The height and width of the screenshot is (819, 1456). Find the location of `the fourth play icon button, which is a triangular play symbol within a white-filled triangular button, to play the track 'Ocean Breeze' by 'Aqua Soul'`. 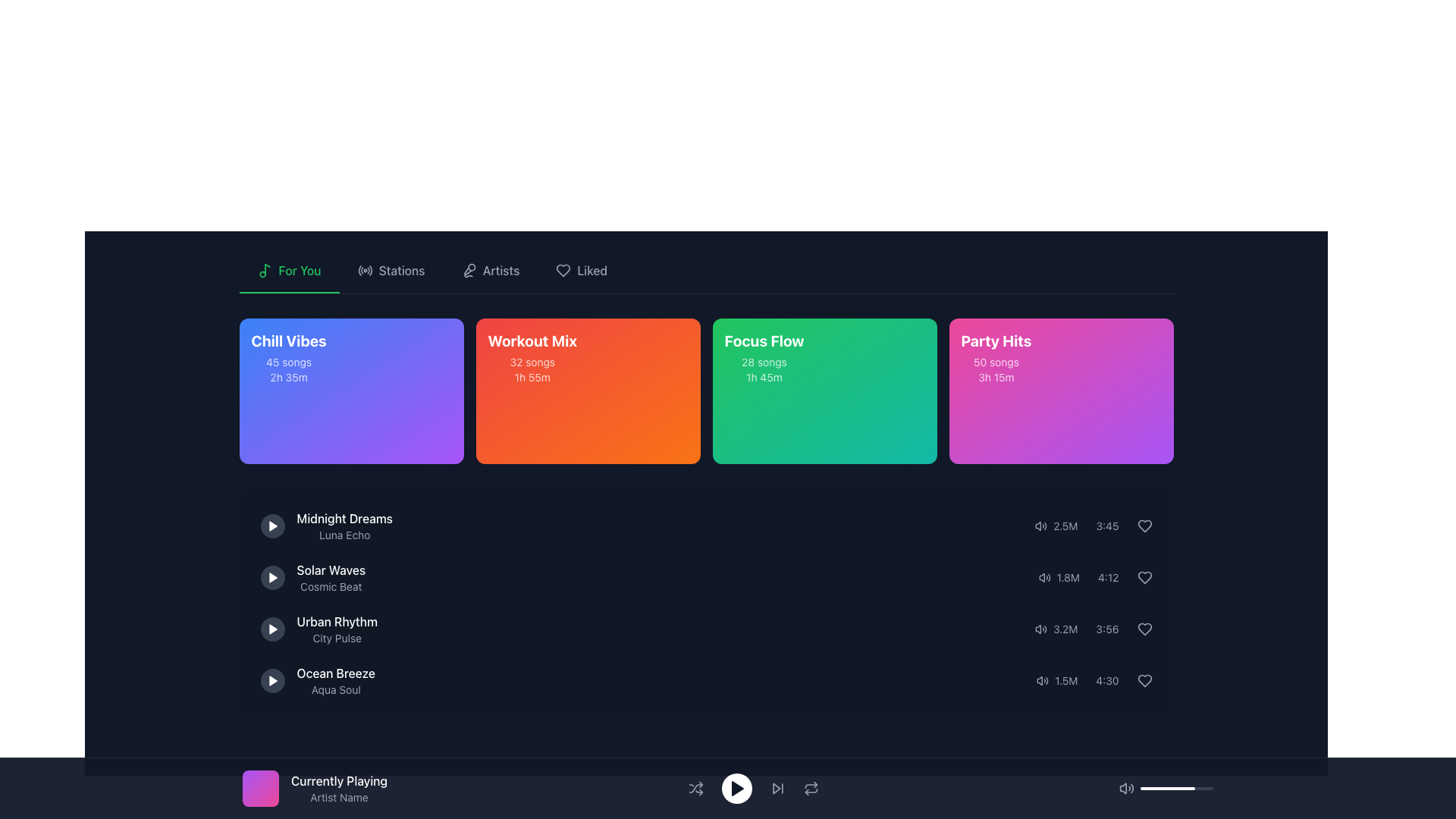

the fourth play icon button, which is a triangular play symbol within a white-filled triangular button, to play the track 'Ocean Breeze' by 'Aqua Soul' is located at coordinates (272, 680).